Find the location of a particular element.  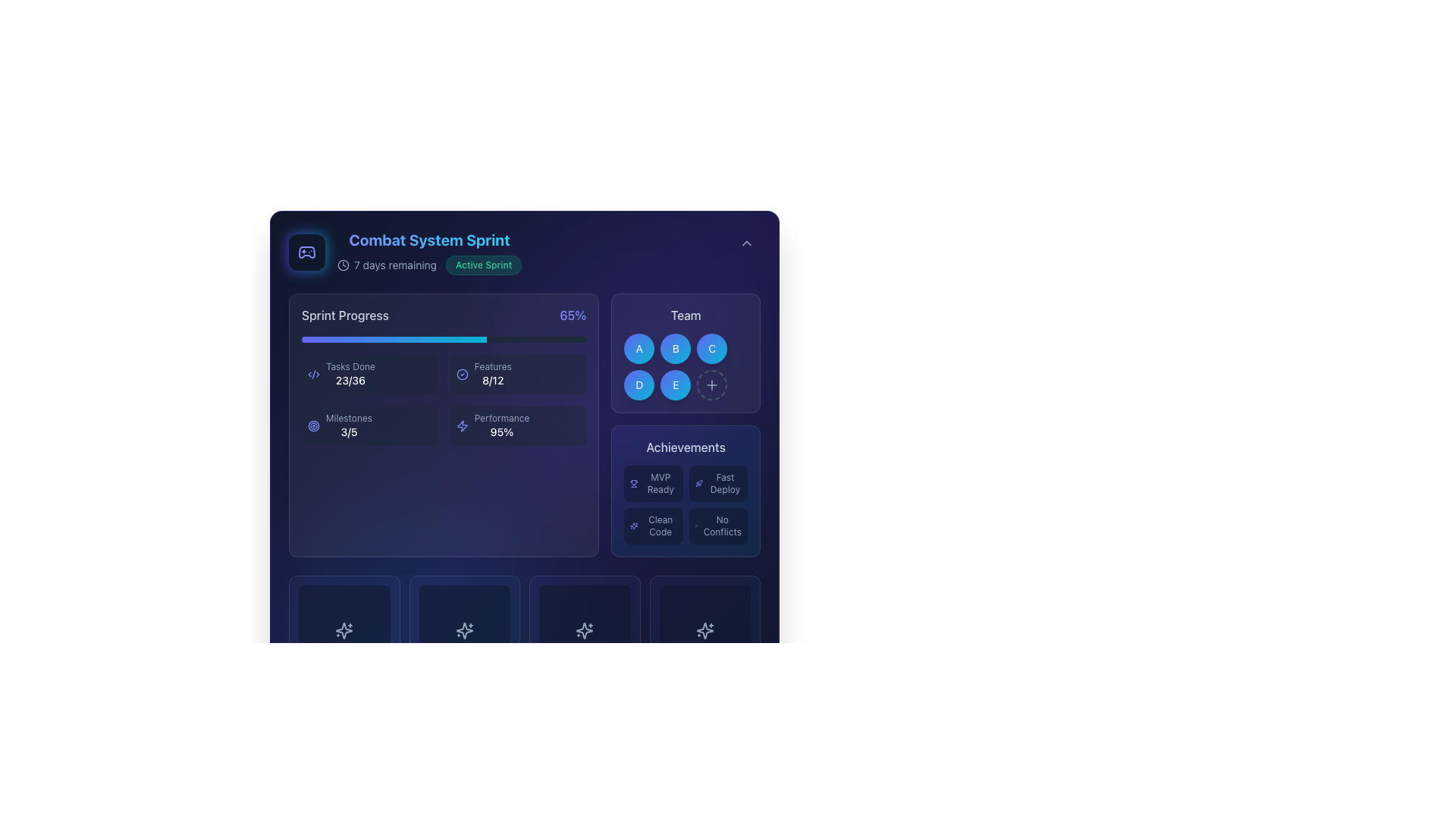

the representation of the light indigo icon resembling a stylized branch structure located in the 'No Conflicts' section of the 'Achievements' group, positioned to the right of the text label 'No Conflicts' is located at coordinates (695, 526).